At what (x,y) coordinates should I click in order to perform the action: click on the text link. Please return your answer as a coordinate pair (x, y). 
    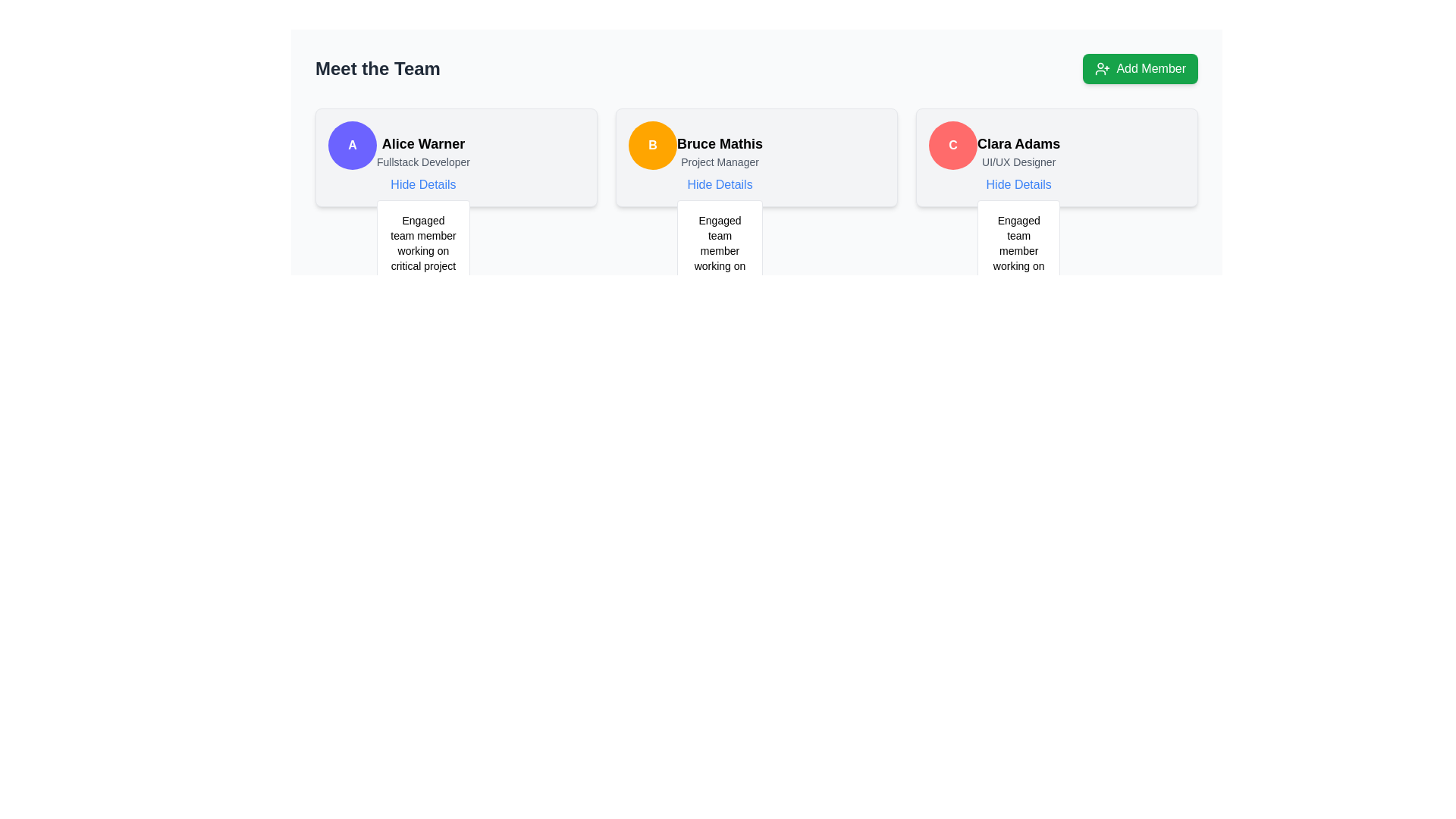
    Looking at the image, I should click on (719, 184).